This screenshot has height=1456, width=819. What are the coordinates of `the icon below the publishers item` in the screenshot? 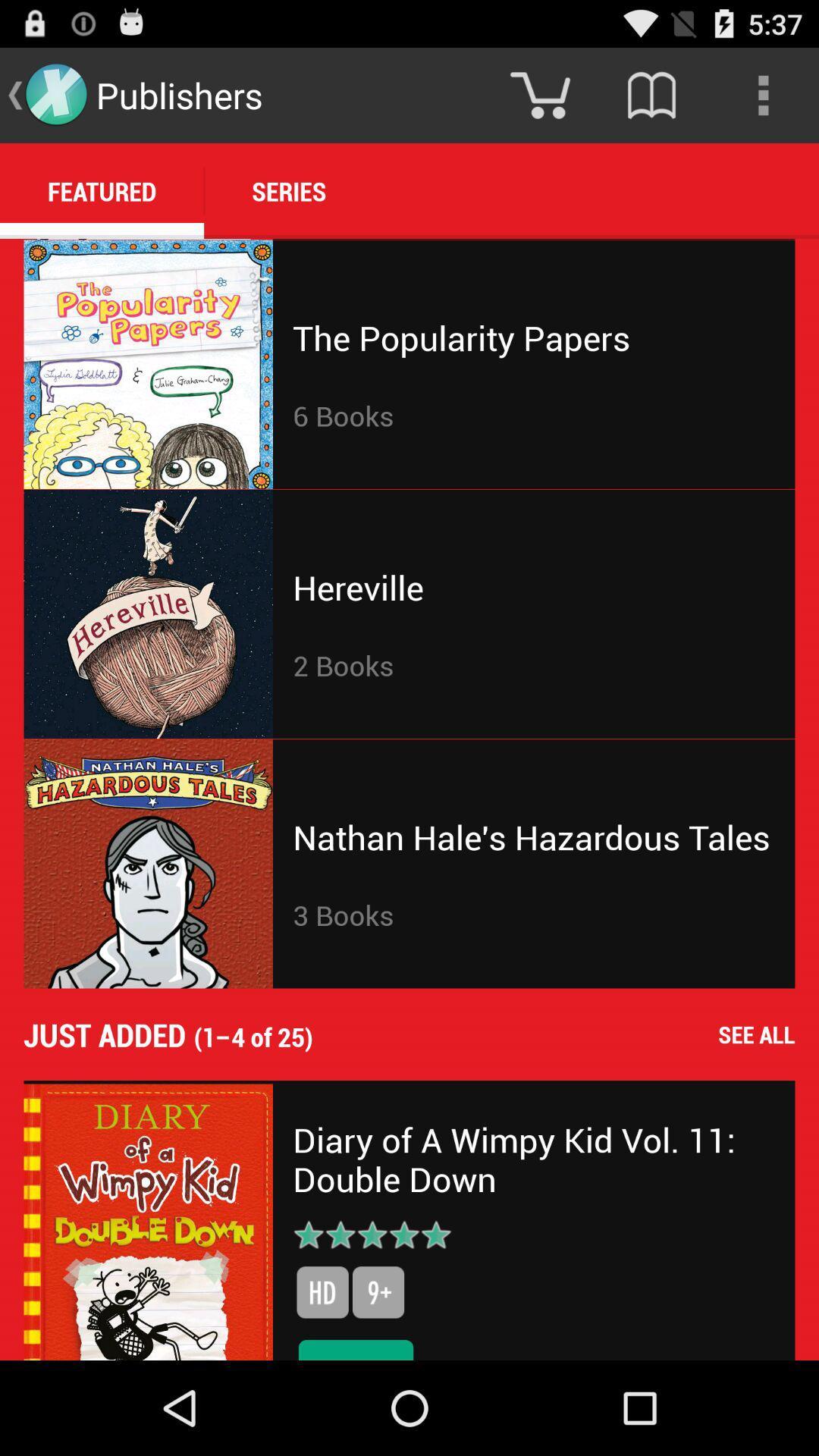 It's located at (289, 190).